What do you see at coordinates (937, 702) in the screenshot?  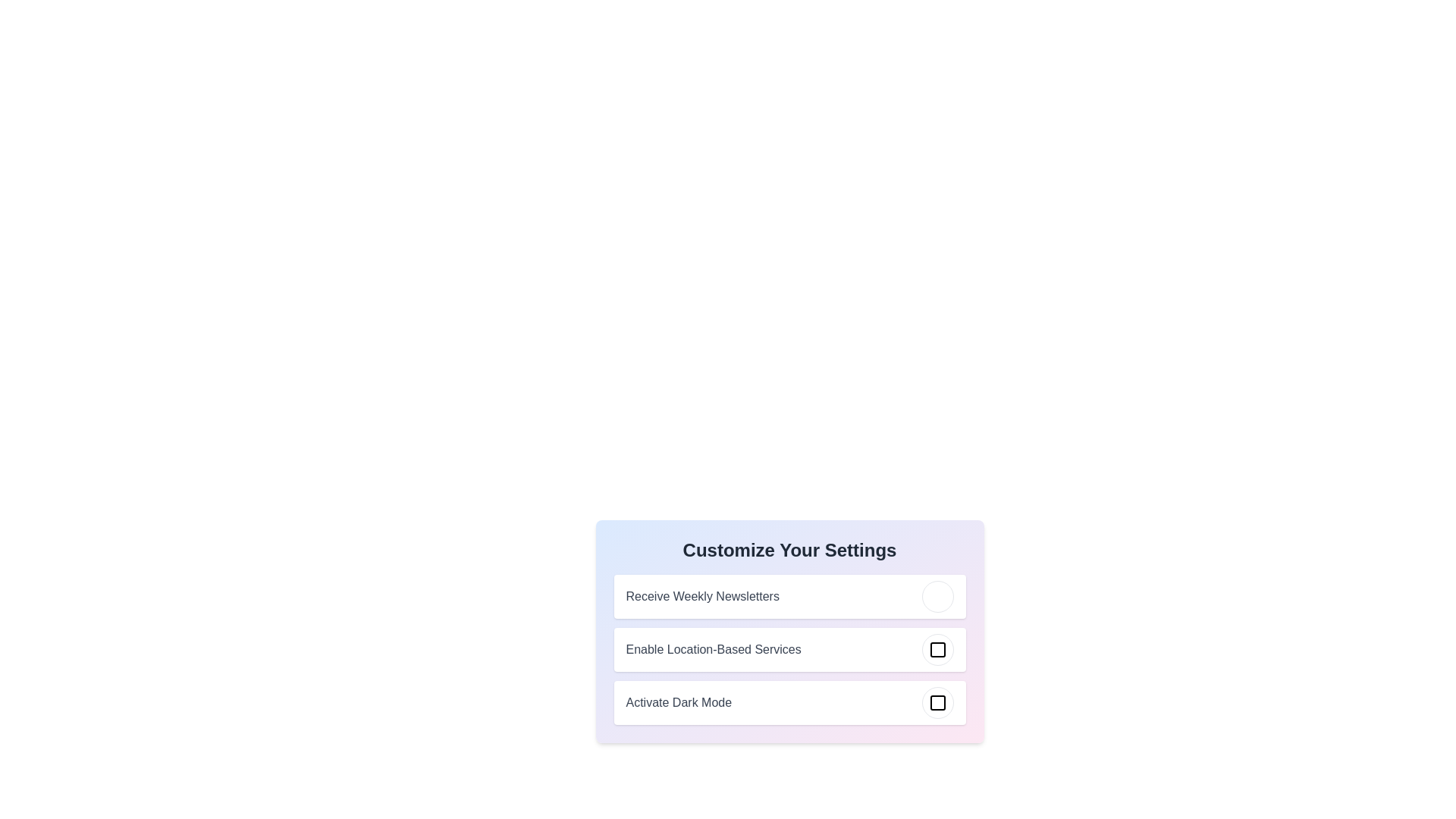 I see `the toggle button located to the far-right of the 'Activate Dark Mode' text label` at bounding box center [937, 702].